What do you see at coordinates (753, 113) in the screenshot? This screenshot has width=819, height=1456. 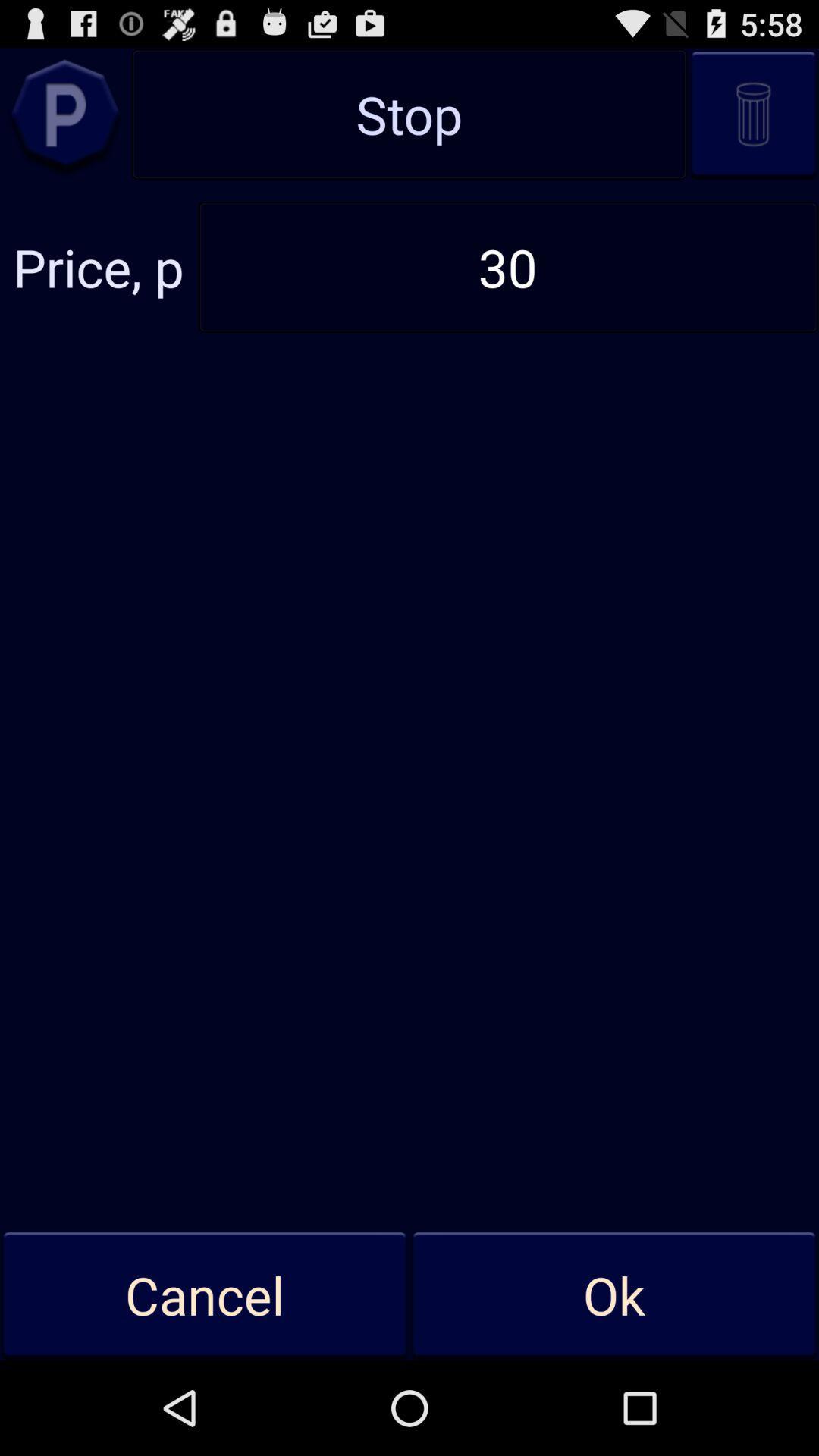 I see `recycle bin icon` at bounding box center [753, 113].